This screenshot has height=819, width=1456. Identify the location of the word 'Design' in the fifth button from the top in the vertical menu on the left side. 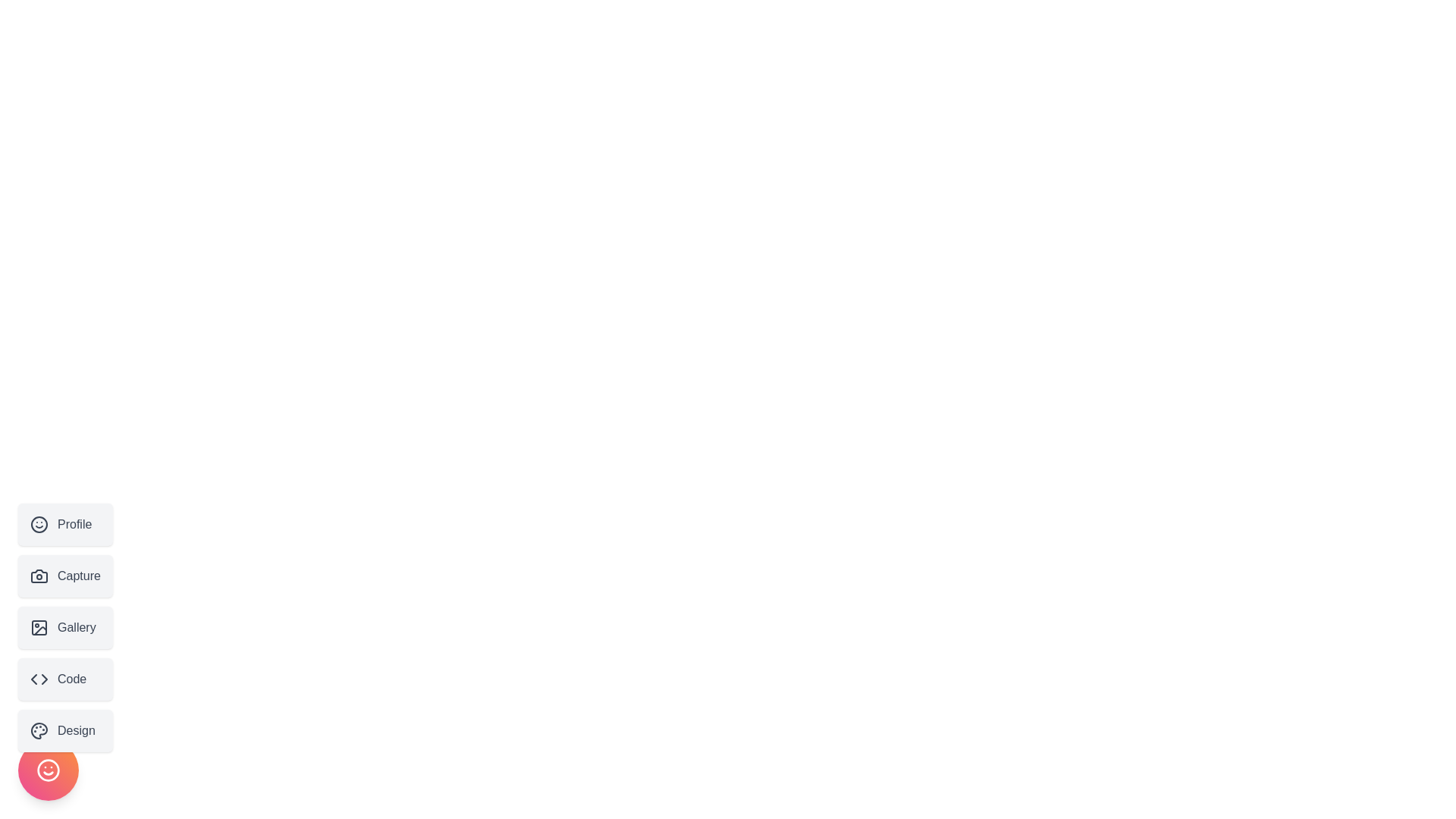
(75, 730).